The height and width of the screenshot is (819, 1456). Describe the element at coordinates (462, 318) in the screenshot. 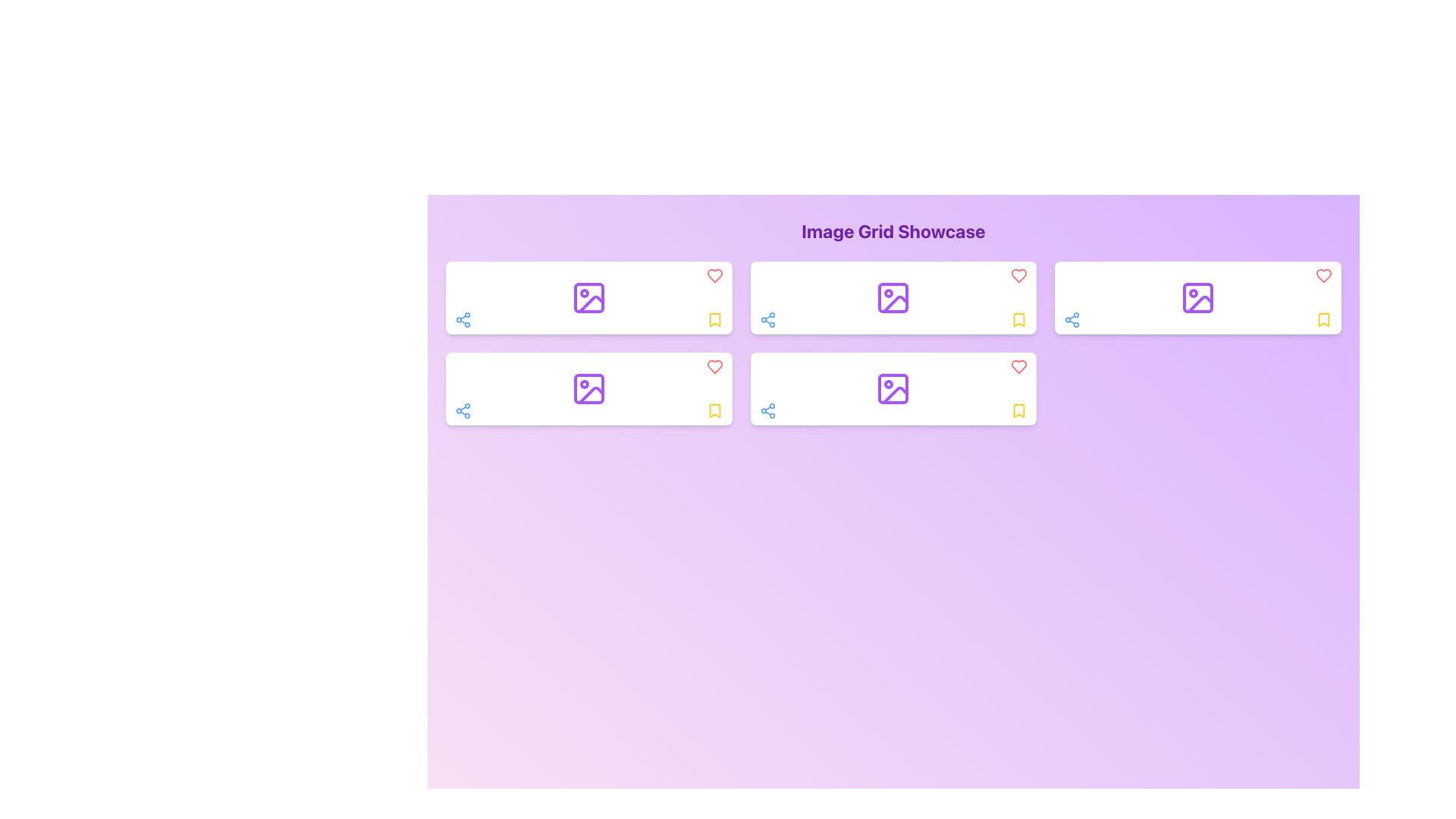

I see `the interactive share icon located at the bottom left corner of the top-left card in the grid` at that location.